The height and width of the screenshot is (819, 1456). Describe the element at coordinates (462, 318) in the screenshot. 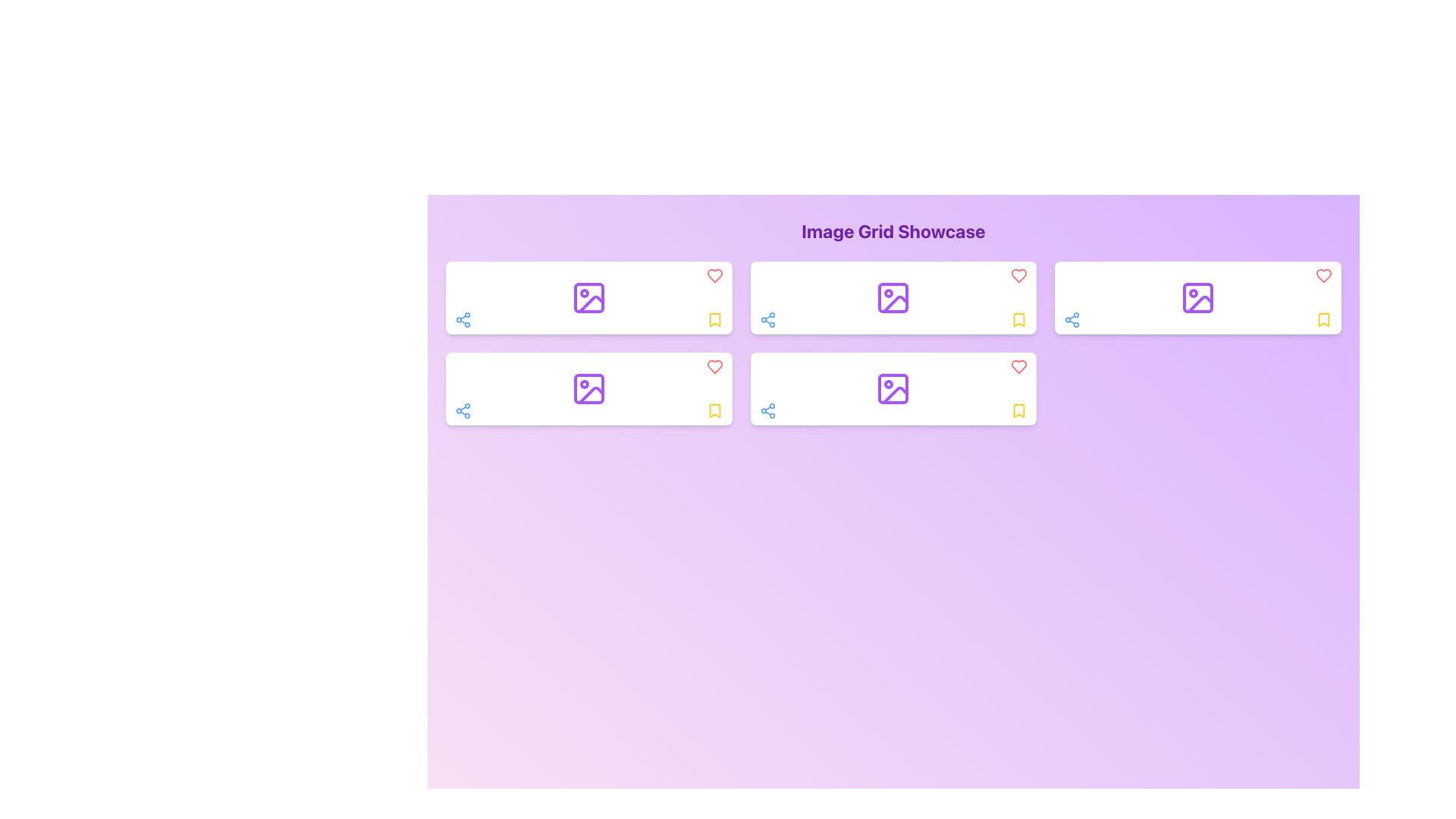

I see `the interactive share icon located at the bottom left corner of the top-left card in the grid` at that location.